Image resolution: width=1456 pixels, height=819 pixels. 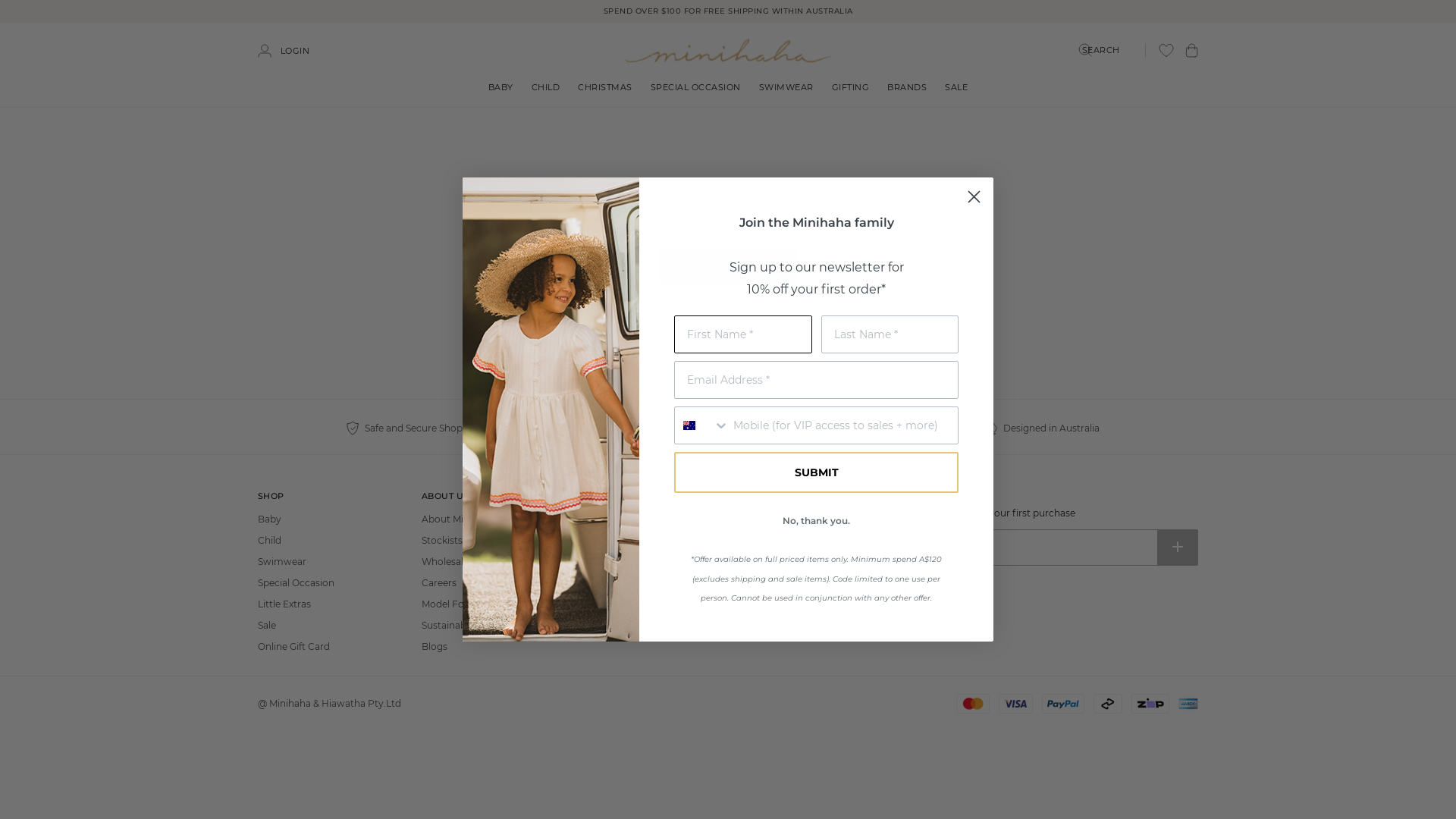 What do you see at coordinates (786, 87) in the screenshot?
I see `'SWIMWEAR'` at bounding box center [786, 87].